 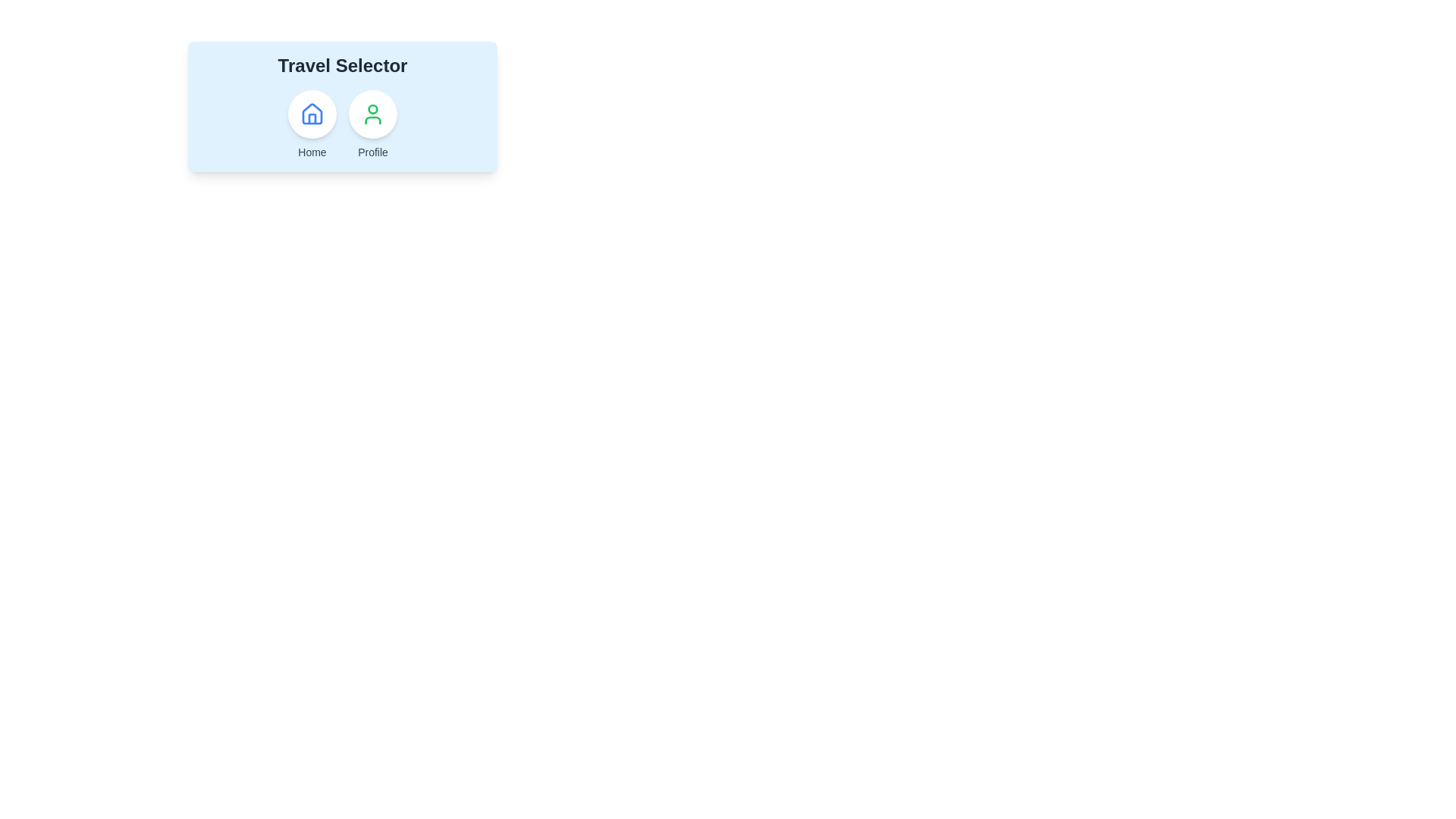 I want to click on the circular 'Profile' button which features a white background, a green outline, and a user figure icon inside, so click(x=372, y=113).